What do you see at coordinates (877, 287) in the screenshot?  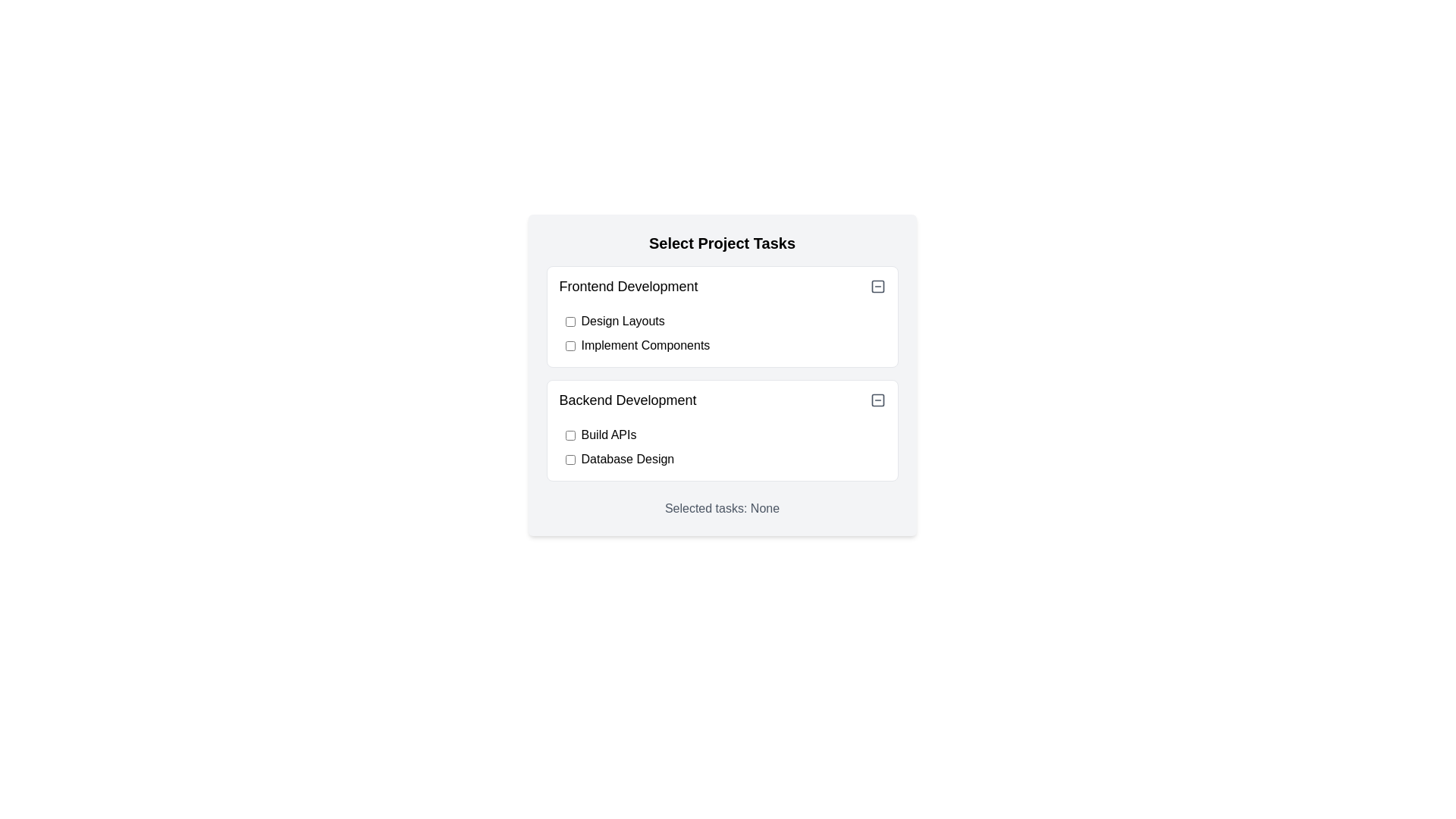 I see `the minus icon located to the far right of the 'Frontend Development' section` at bounding box center [877, 287].